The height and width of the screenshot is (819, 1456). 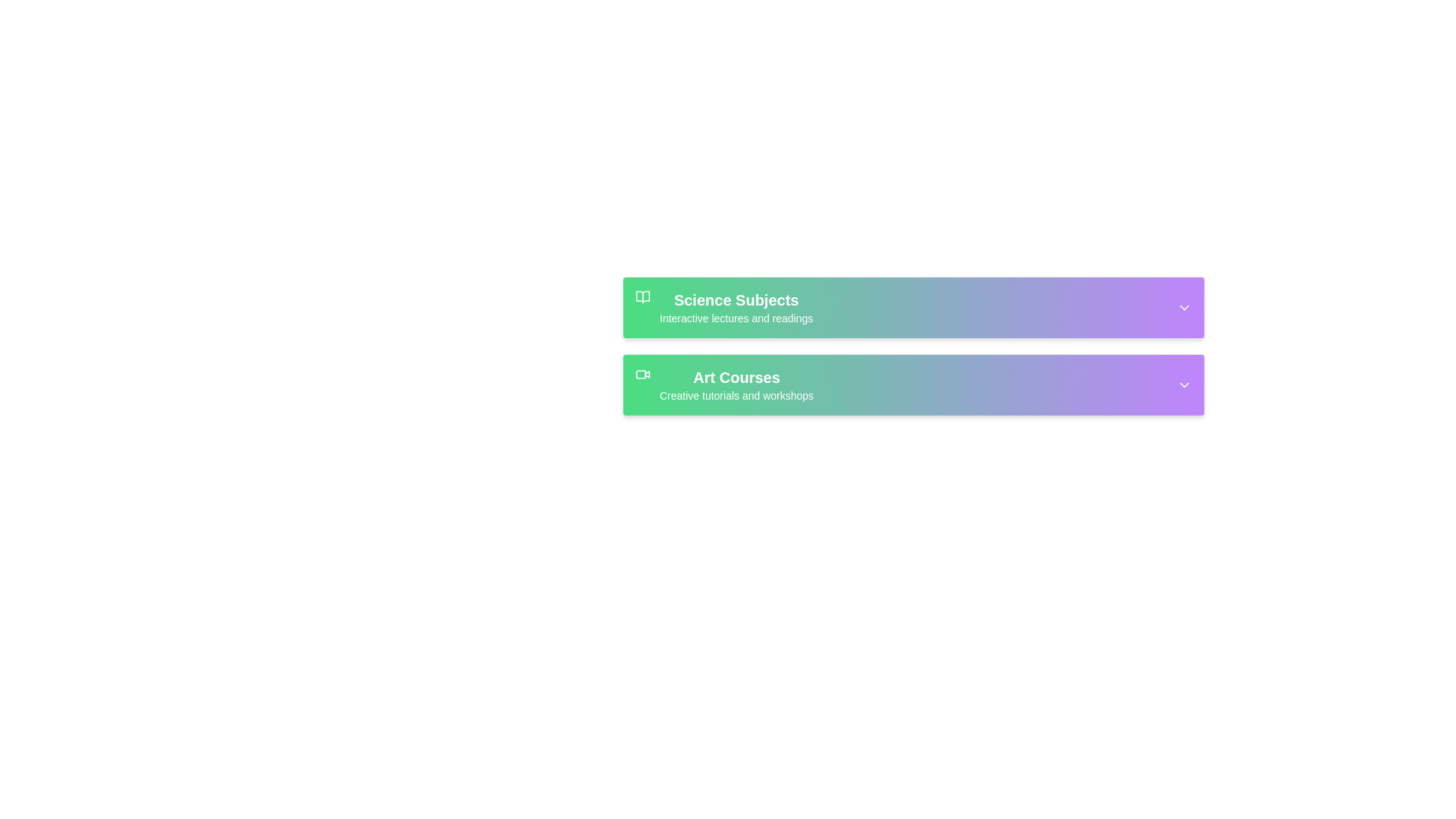 I want to click on the Label with subtitle that displays 'Art Courses' in bold white font and 'Creative tutorials and workshops' below it, which is set against a gradient background transitioning from green to purple, so click(x=736, y=384).